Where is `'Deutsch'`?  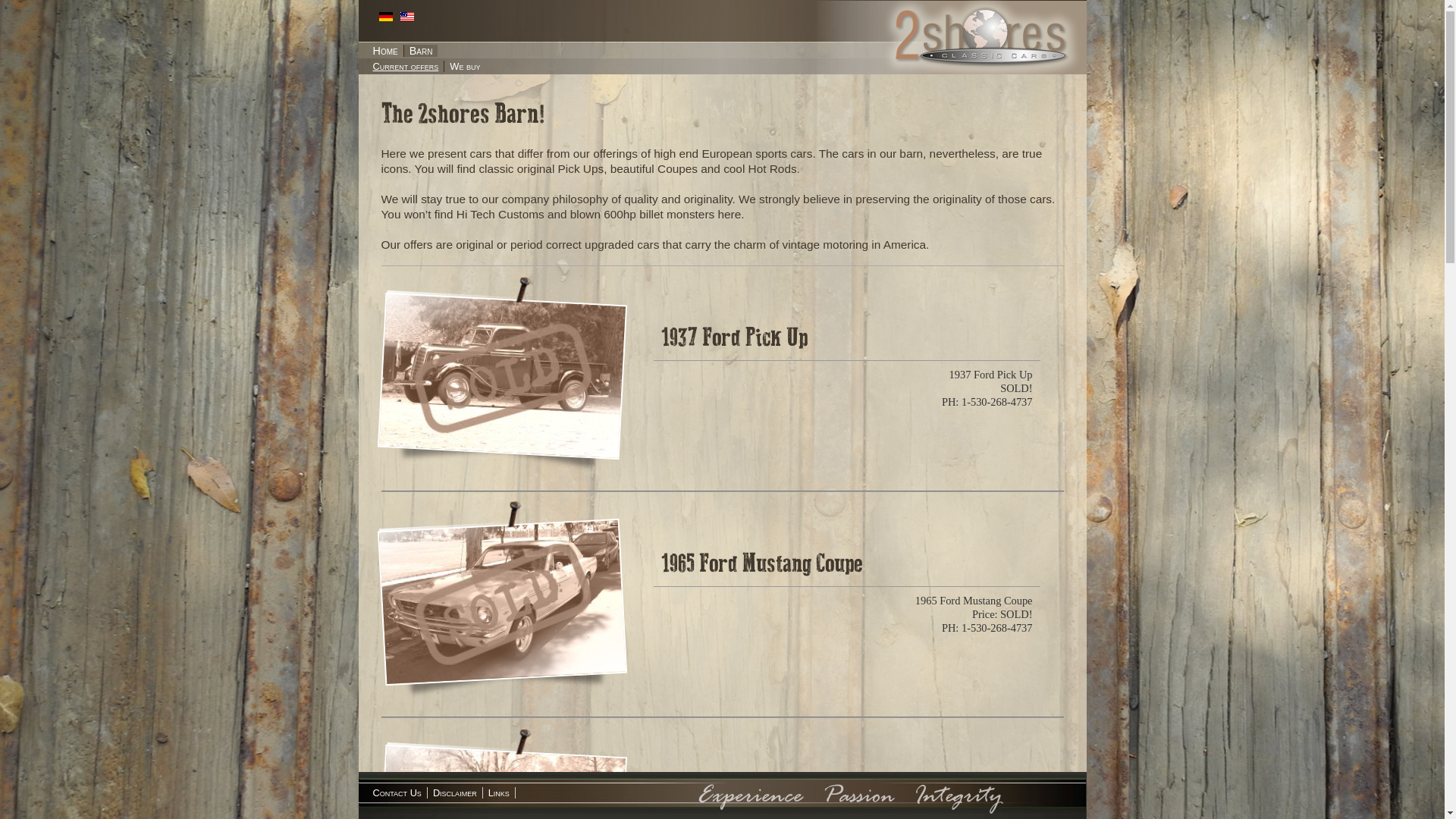
'Deutsch' is located at coordinates (378, 17).